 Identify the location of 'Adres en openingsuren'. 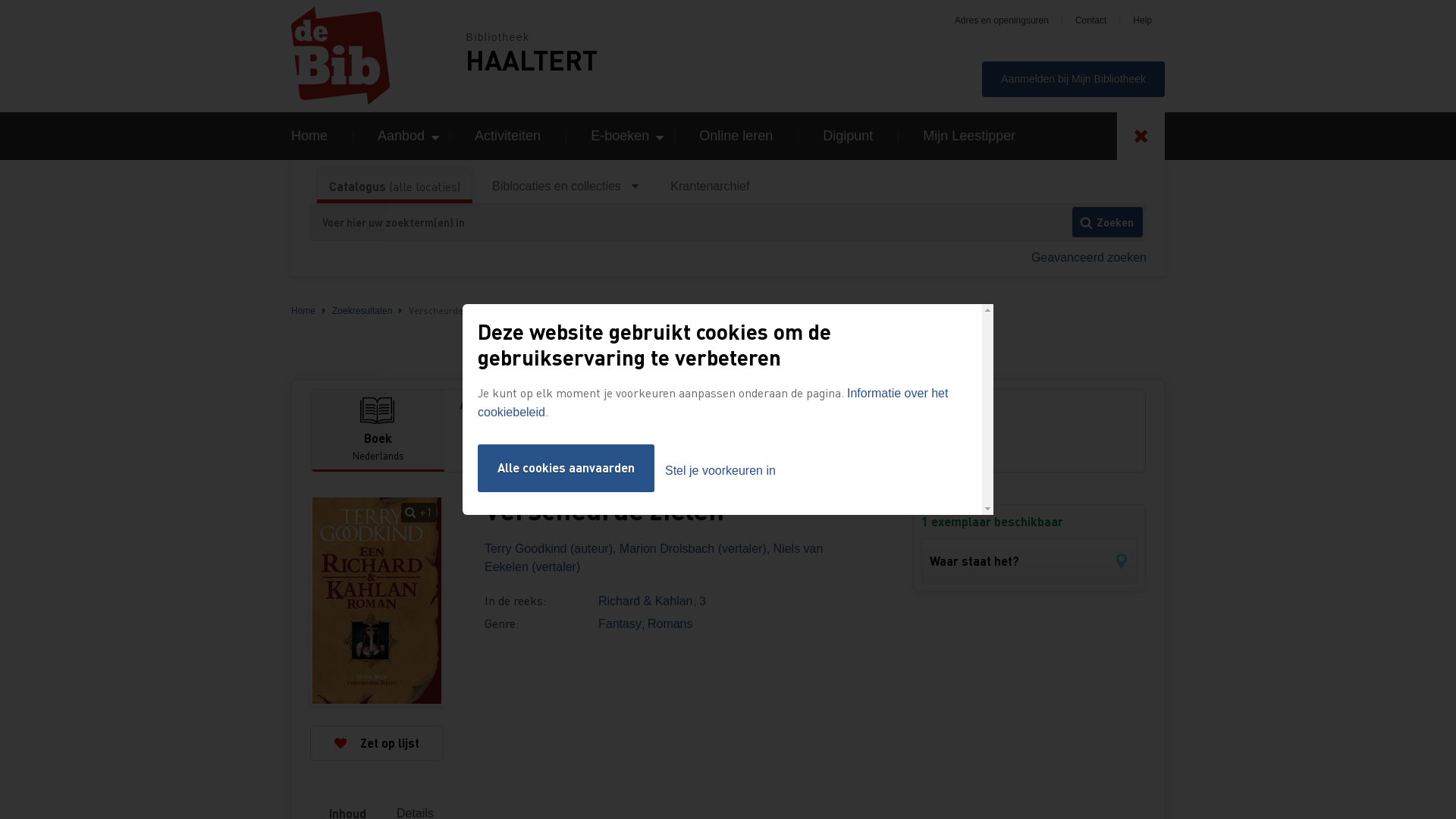
(1001, 20).